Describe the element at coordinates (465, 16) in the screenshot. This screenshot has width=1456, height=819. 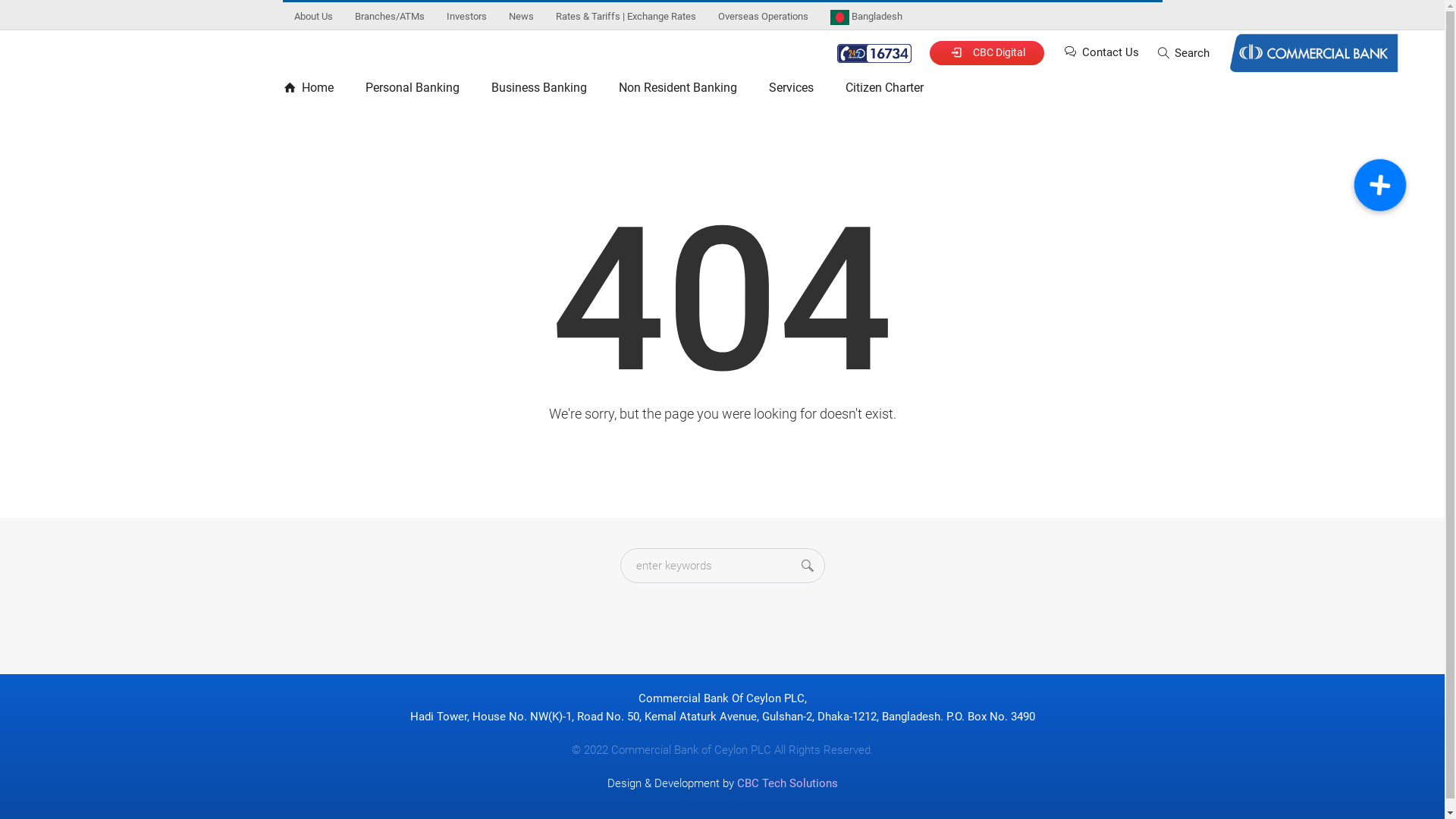
I see `'Investors'` at that location.